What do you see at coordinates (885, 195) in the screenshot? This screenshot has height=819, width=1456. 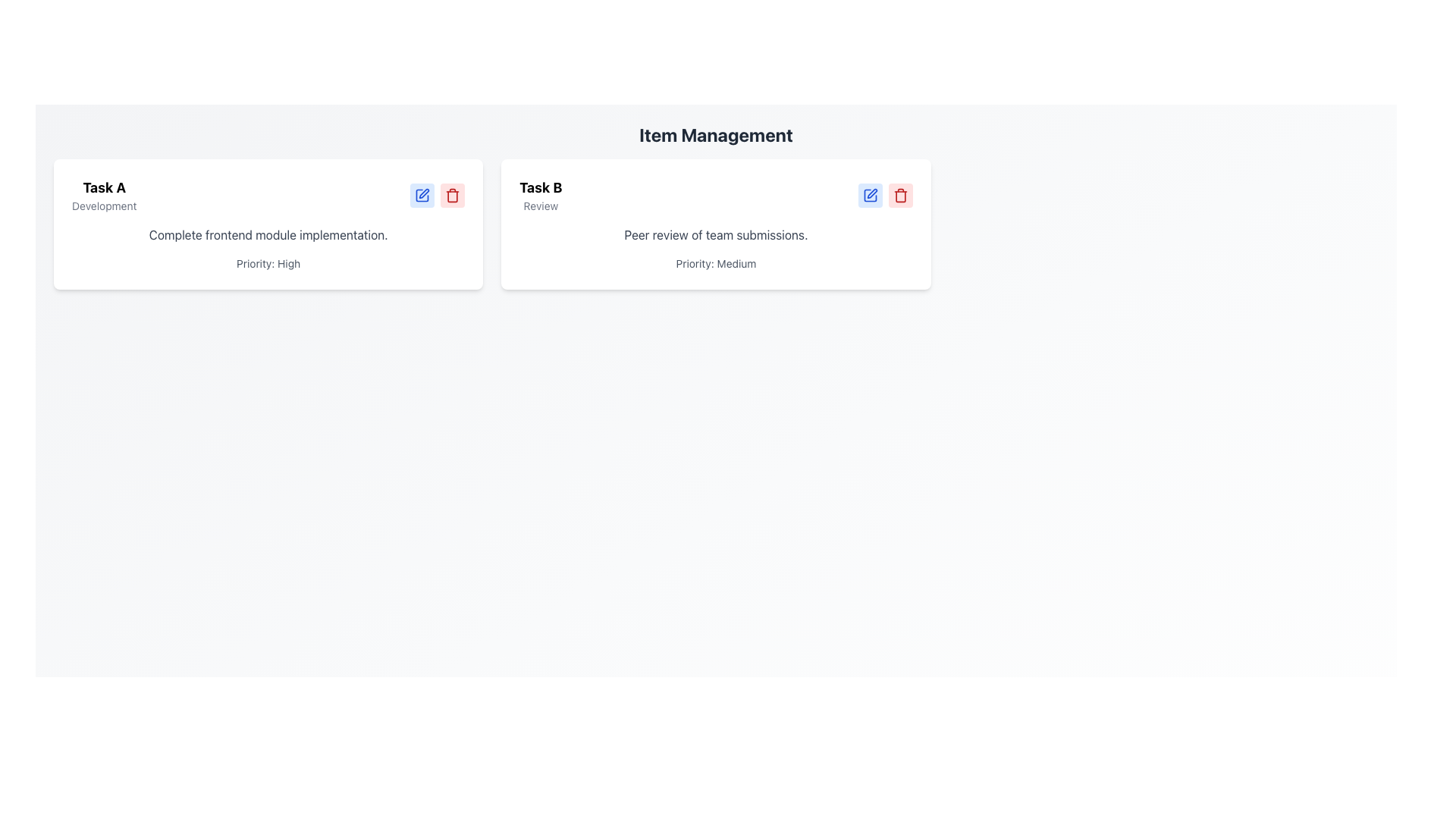 I see `the button group located in the top-right corner of the 'Task B' card` at bounding box center [885, 195].